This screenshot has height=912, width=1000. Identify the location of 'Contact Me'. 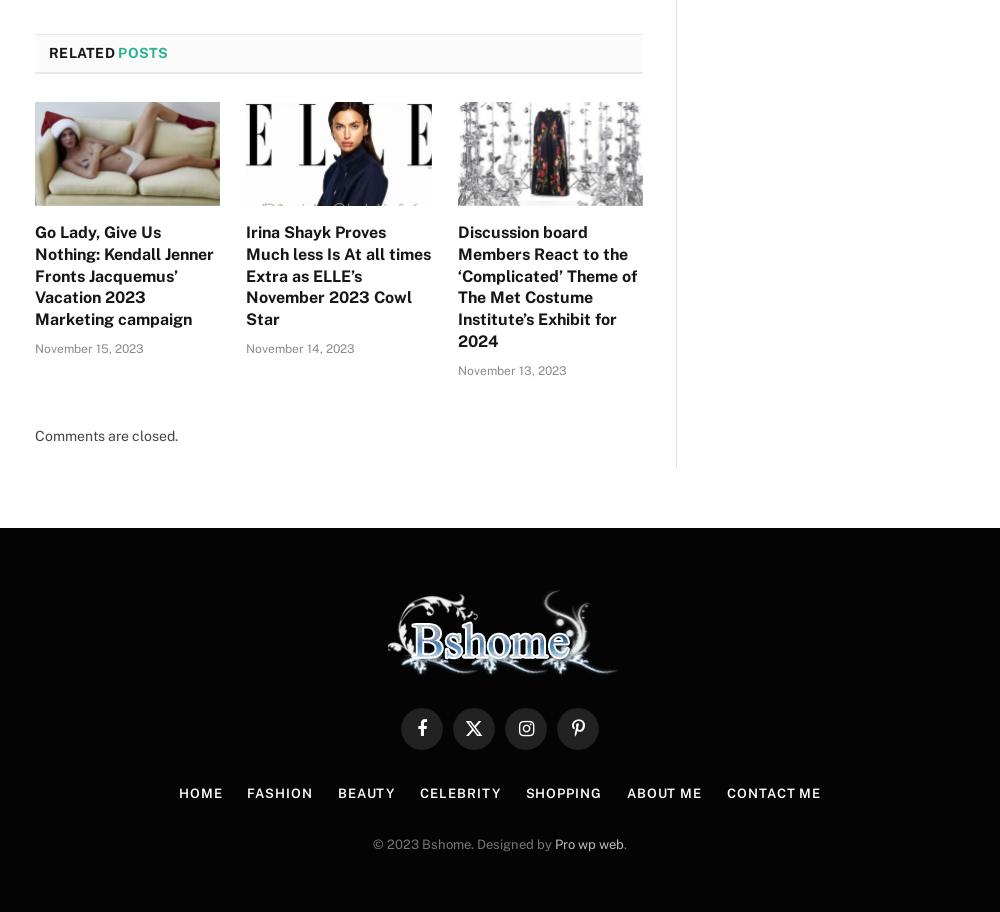
(774, 793).